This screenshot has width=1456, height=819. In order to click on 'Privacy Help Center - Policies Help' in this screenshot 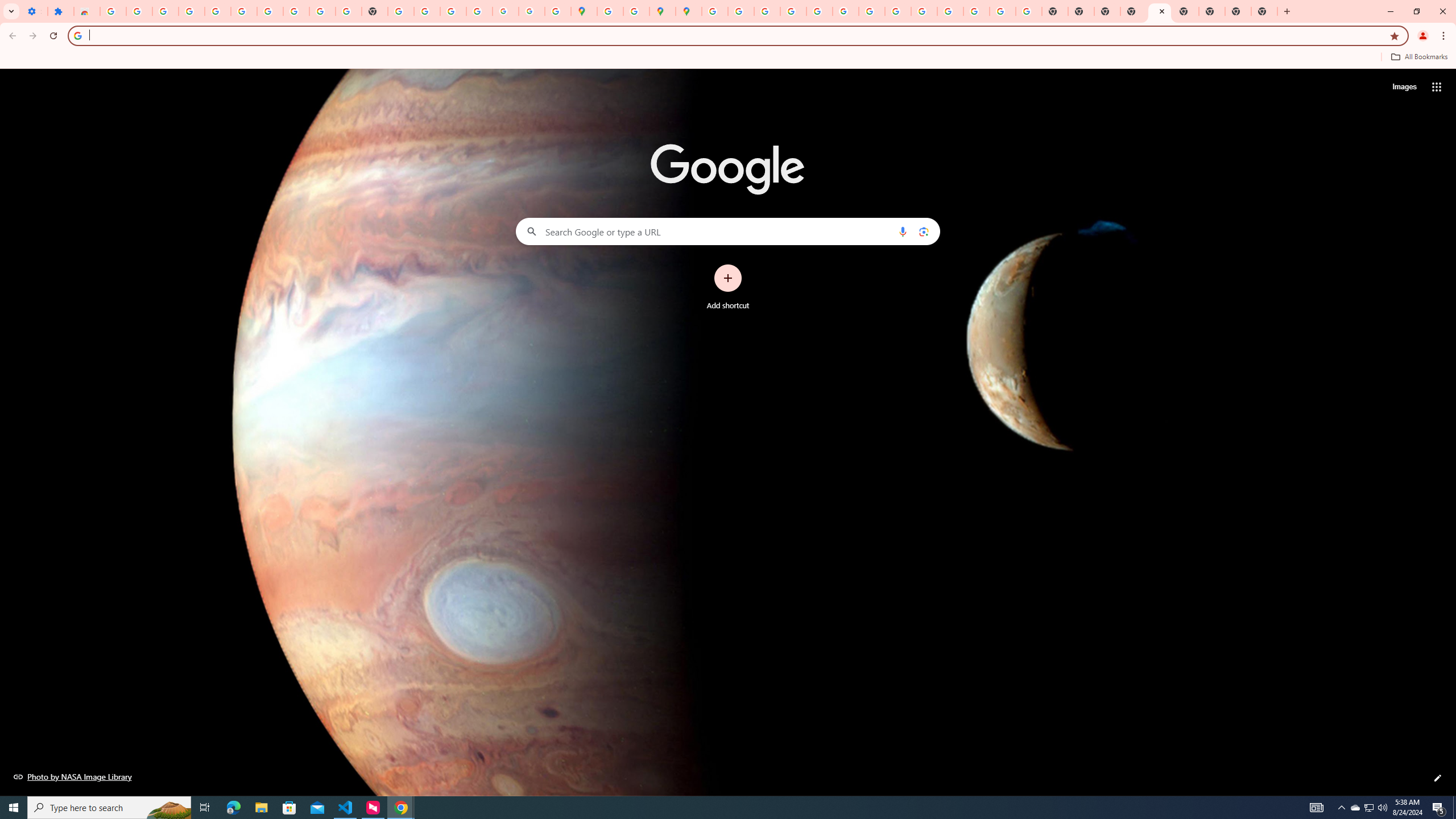, I will do `click(766, 11)`.